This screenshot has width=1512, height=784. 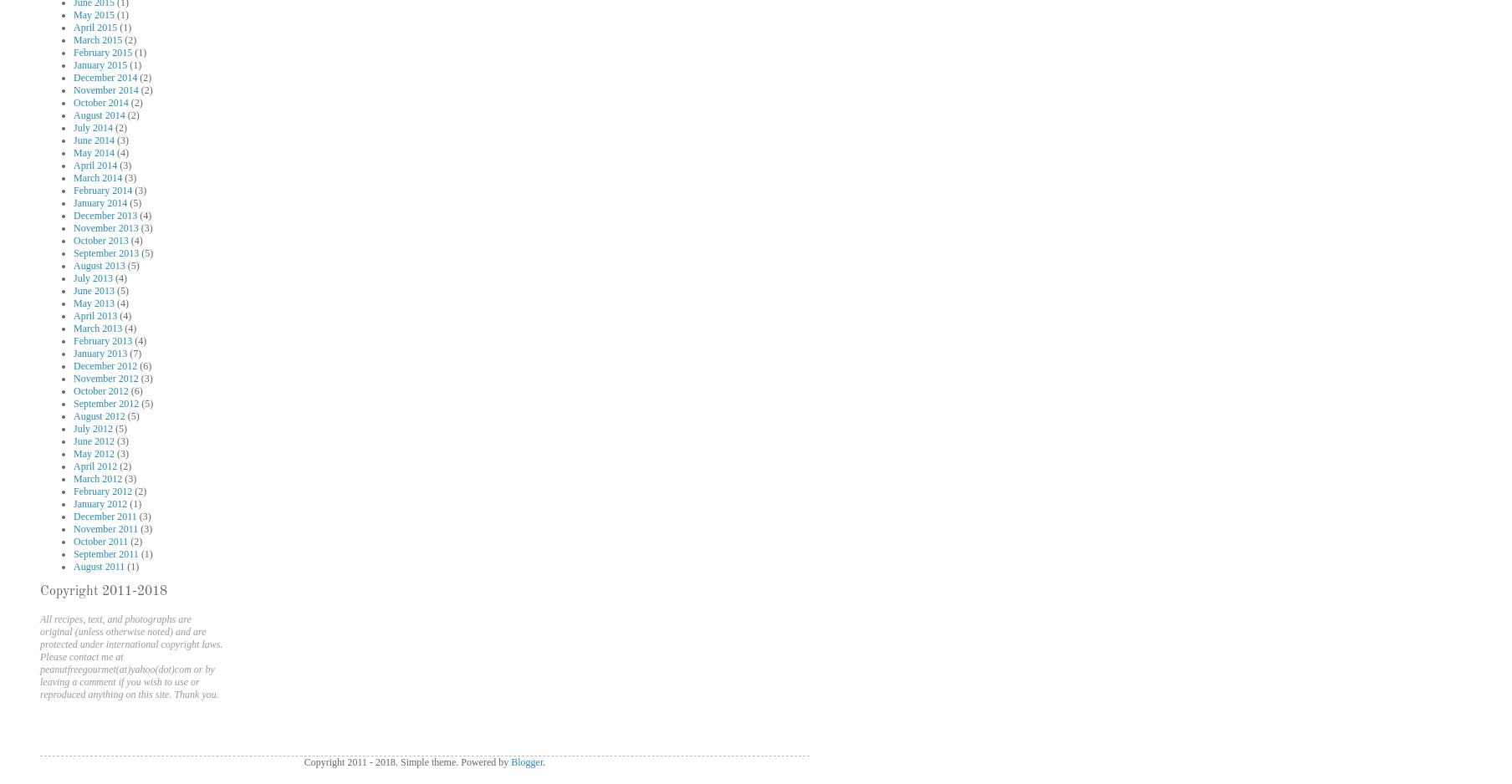 I want to click on 'January 2012', so click(x=100, y=504).